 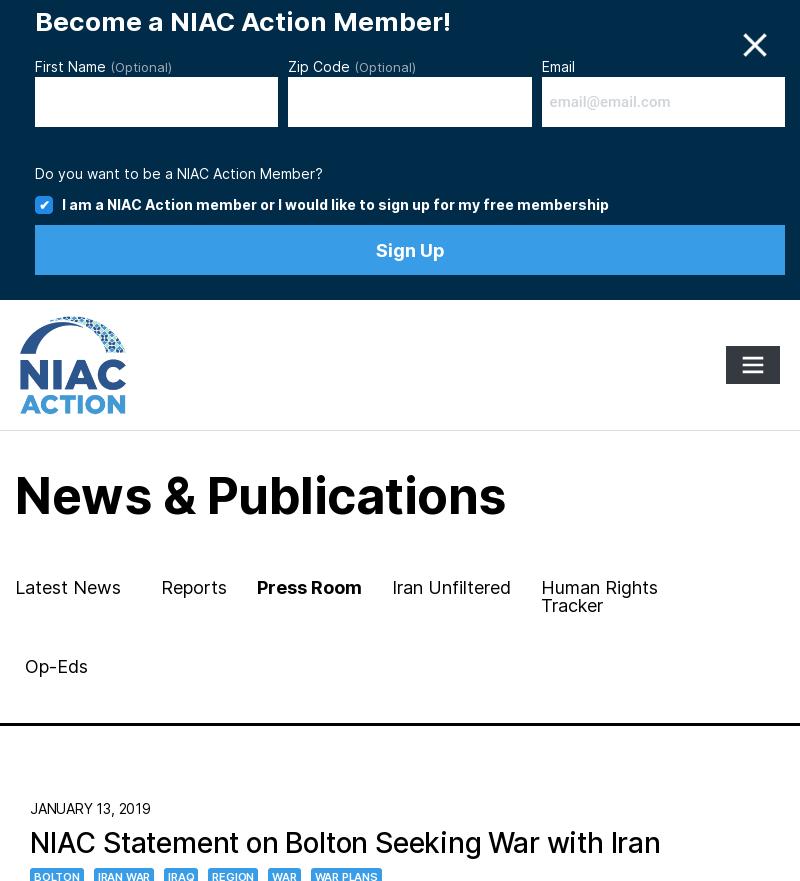 What do you see at coordinates (90, 808) in the screenshot?
I see `'January 13, 2019'` at bounding box center [90, 808].